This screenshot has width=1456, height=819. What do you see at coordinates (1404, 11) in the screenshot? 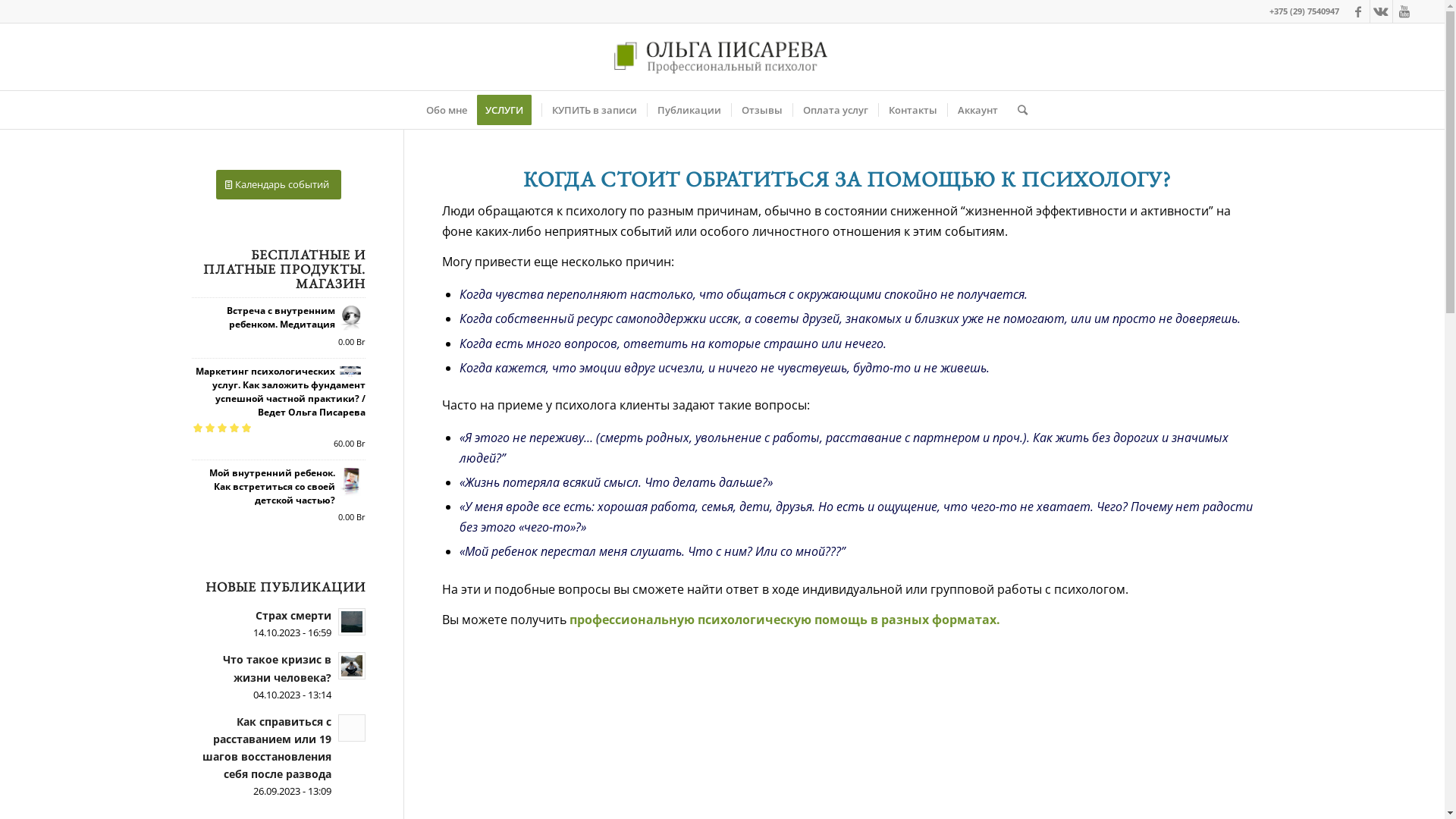
I see `'Youtube'` at bounding box center [1404, 11].